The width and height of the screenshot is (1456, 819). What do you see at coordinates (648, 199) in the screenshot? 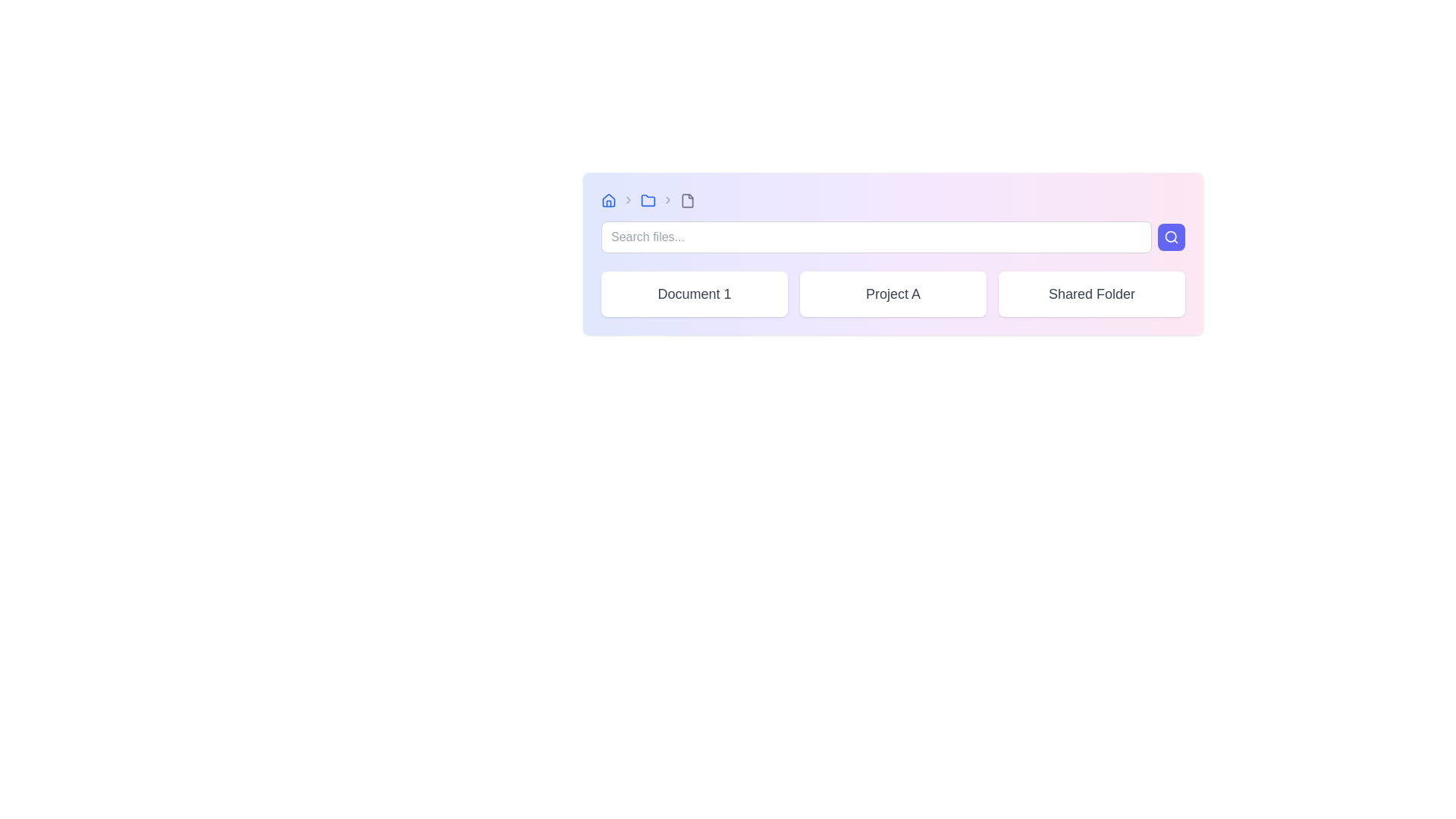
I see `the blue folder icon located in the top-left navigation toolbar` at bounding box center [648, 199].